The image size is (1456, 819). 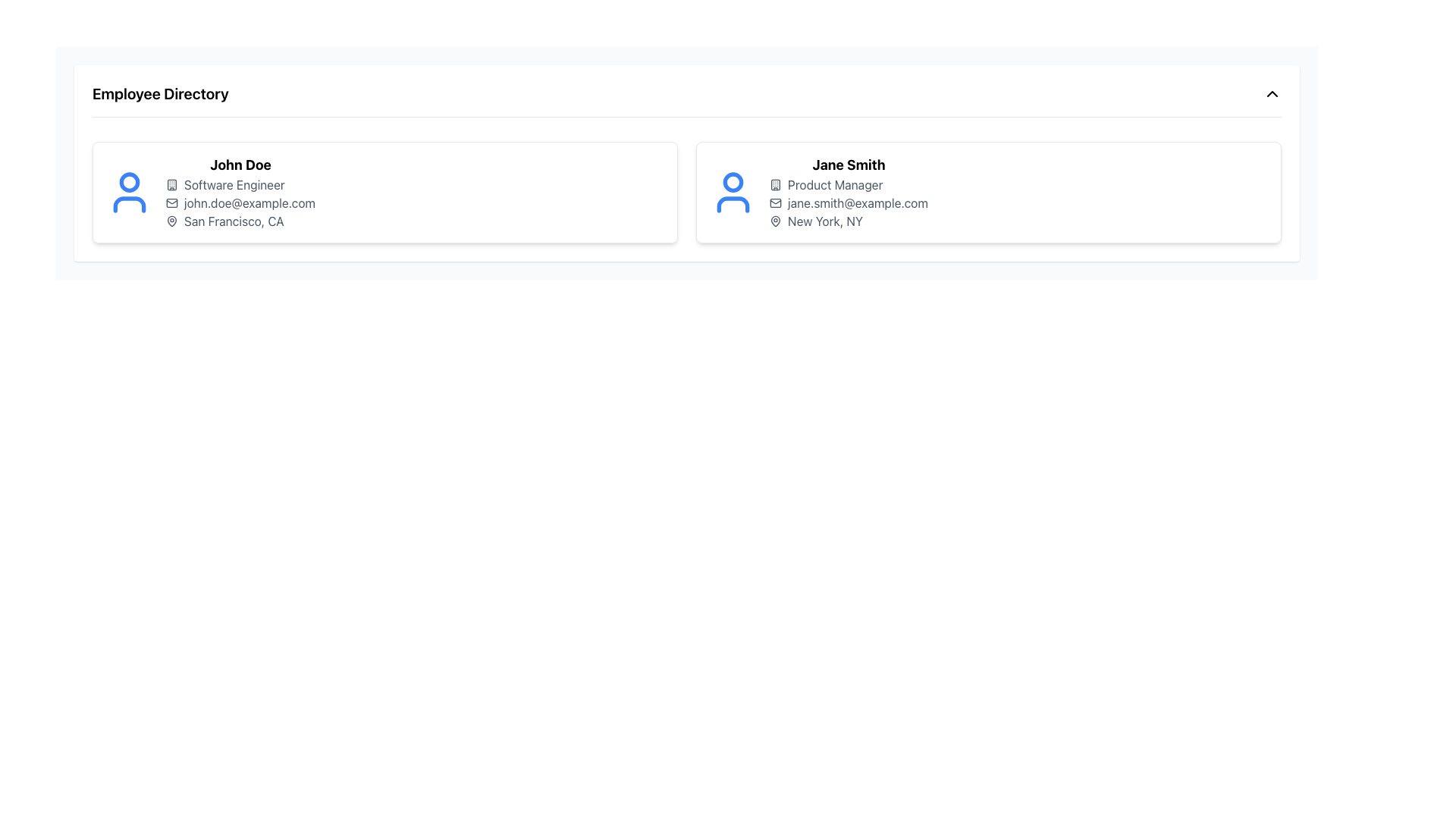 What do you see at coordinates (733, 192) in the screenshot?
I see `the blue user silhouette icon located at the top-left corner of Jane Smith's employee card` at bounding box center [733, 192].